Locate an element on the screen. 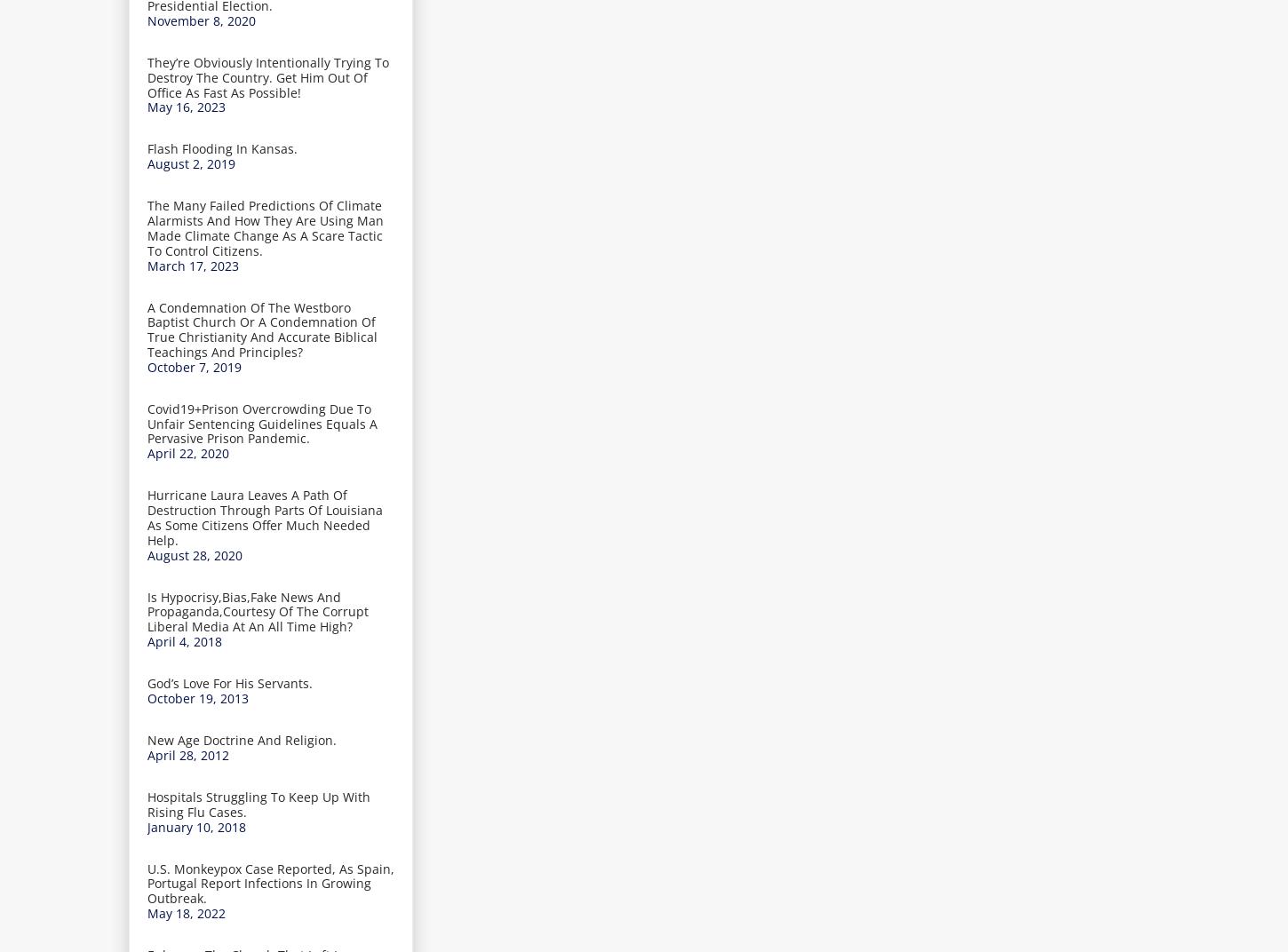 This screenshot has width=1288, height=952. 'May 18, 2022' is located at coordinates (185, 912).